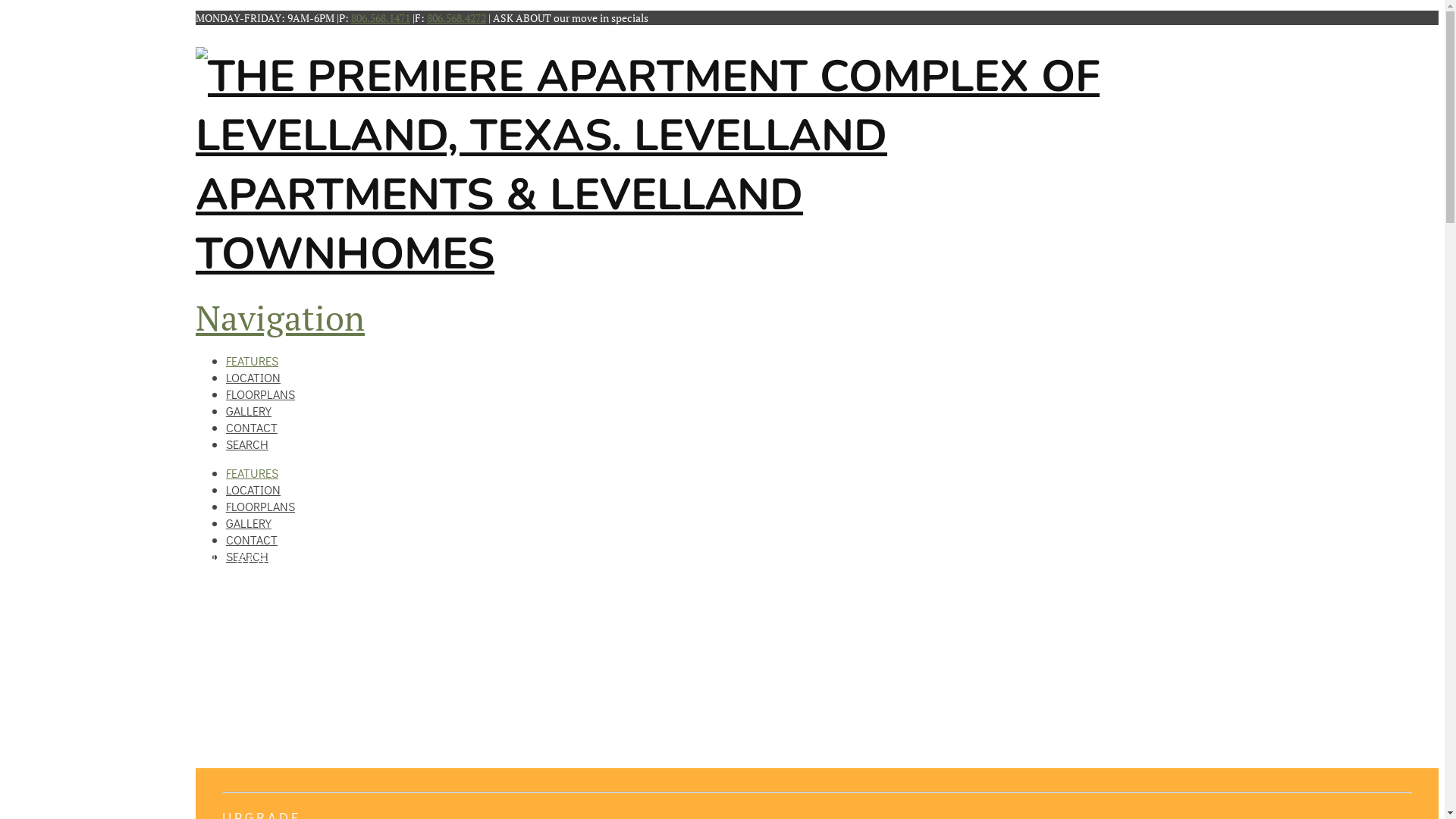 The width and height of the screenshot is (1456, 819). Describe the element at coordinates (251, 422) in the screenshot. I see `'CONTACT'` at that location.